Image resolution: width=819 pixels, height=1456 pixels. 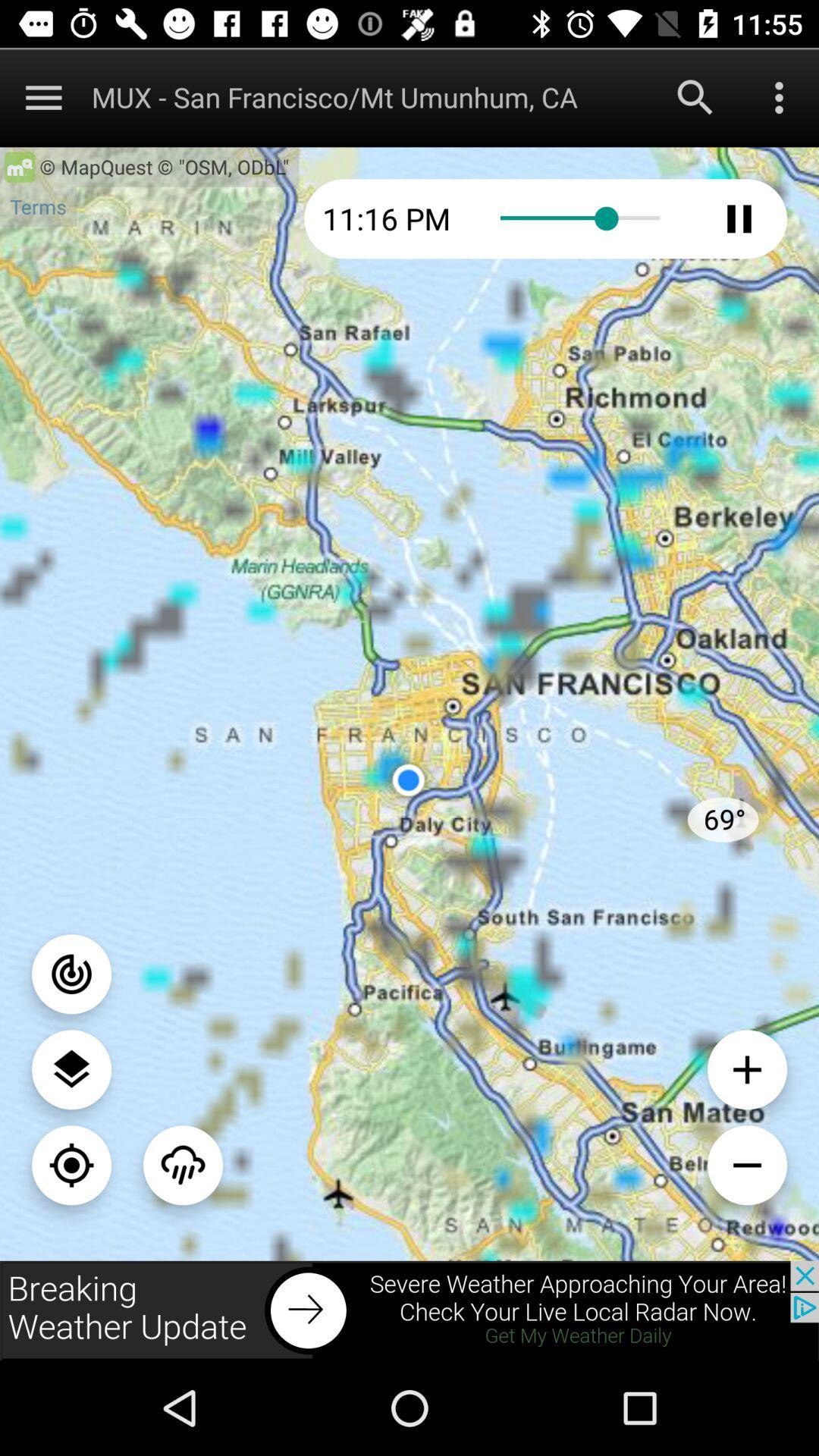 I want to click on find current location, so click(x=71, y=1164).